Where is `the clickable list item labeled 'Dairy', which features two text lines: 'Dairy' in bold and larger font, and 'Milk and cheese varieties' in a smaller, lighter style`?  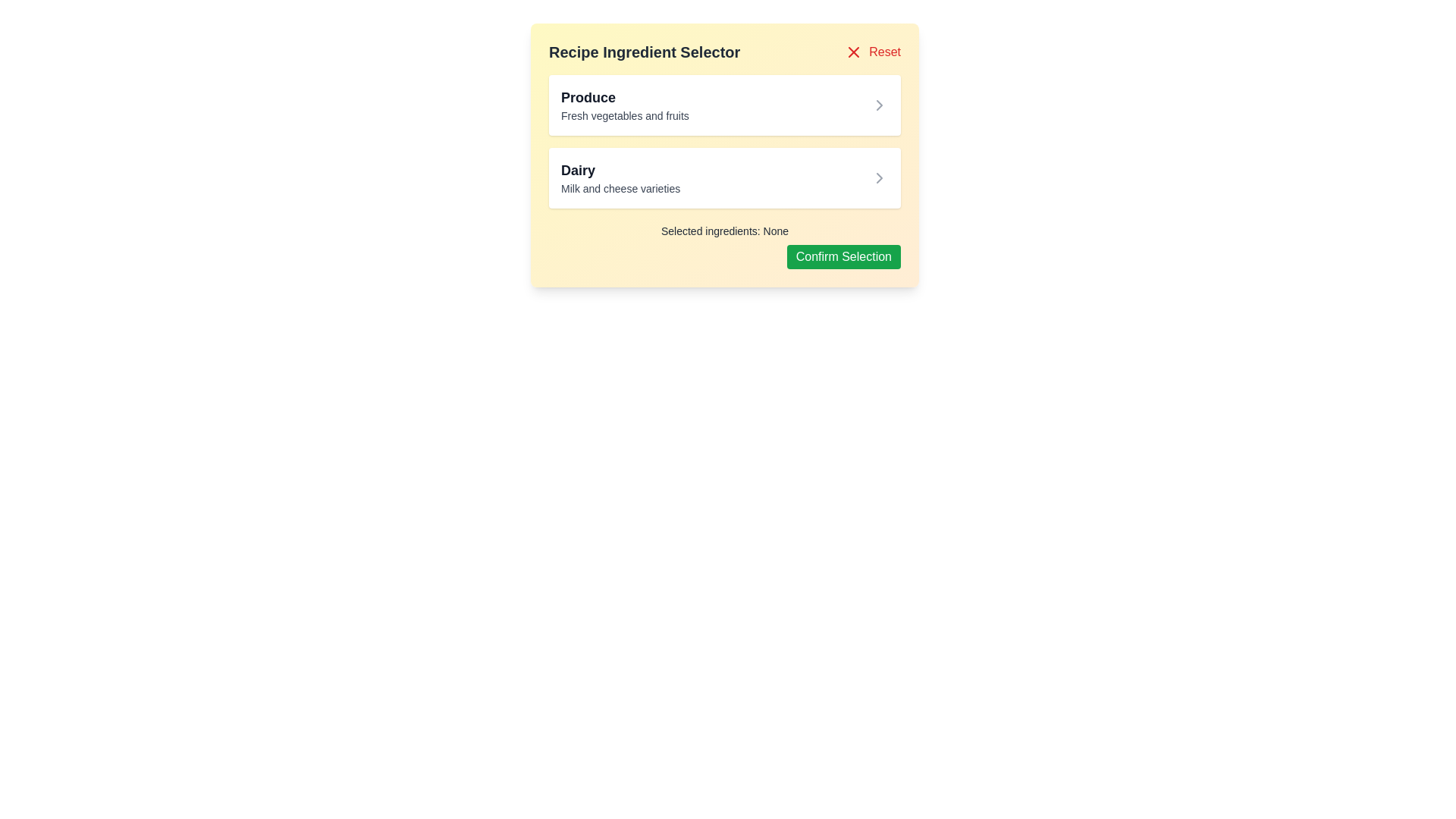 the clickable list item labeled 'Dairy', which features two text lines: 'Dairy' in bold and larger font, and 'Milk and cheese varieties' in a smaller, lighter style is located at coordinates (620, 177).